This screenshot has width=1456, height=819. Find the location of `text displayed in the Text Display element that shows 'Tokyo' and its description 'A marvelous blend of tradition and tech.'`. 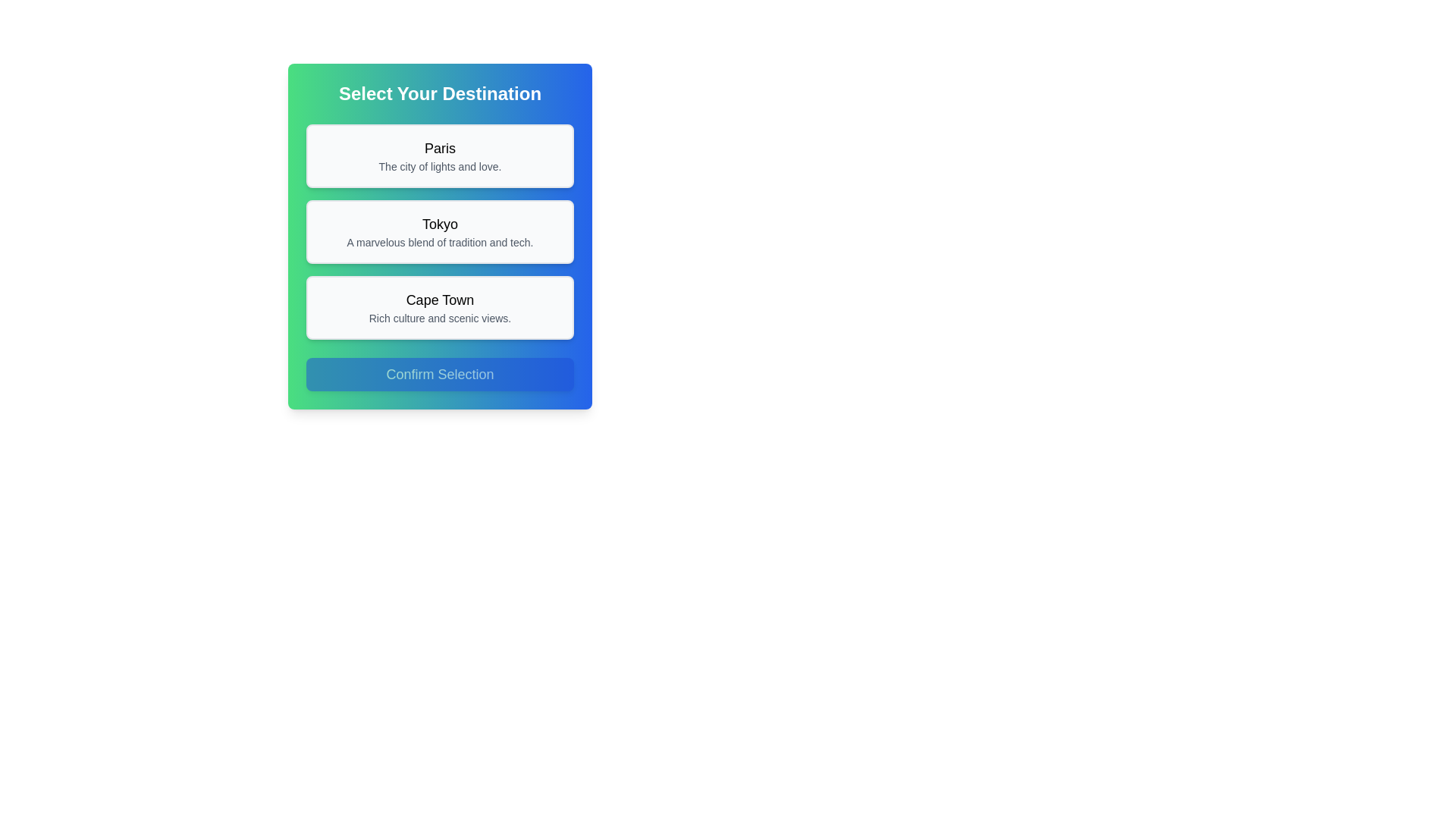

text displayed in the Text Display element that shows 'Tokyo' and its description 'A marvelous blend of tradition and tech.' is located at coordinates (439, 231).